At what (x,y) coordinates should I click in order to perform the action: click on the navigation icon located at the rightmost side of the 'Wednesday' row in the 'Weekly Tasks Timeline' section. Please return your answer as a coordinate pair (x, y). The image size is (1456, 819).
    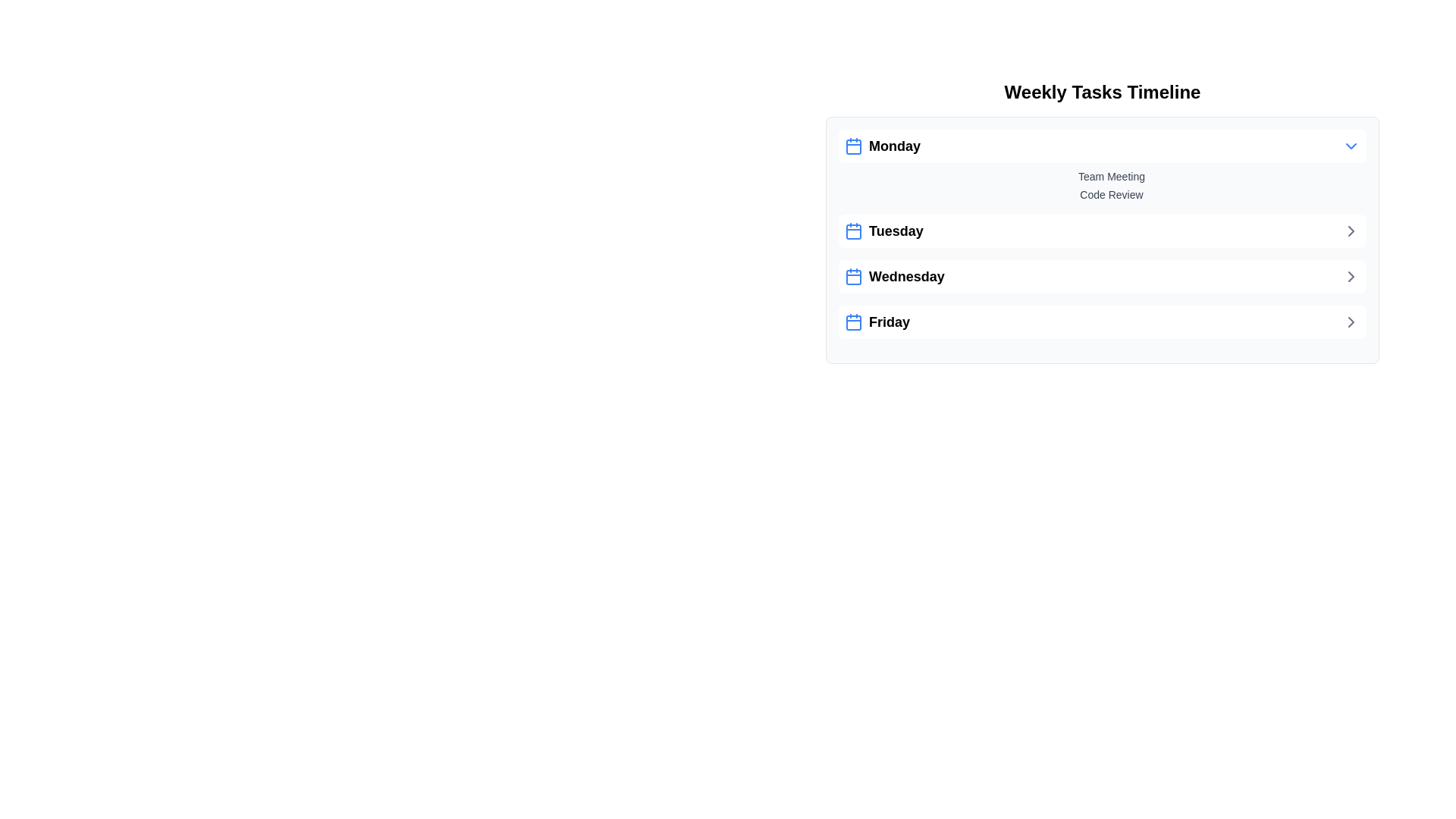
    Looking at the image, I should click on (1351, 277).